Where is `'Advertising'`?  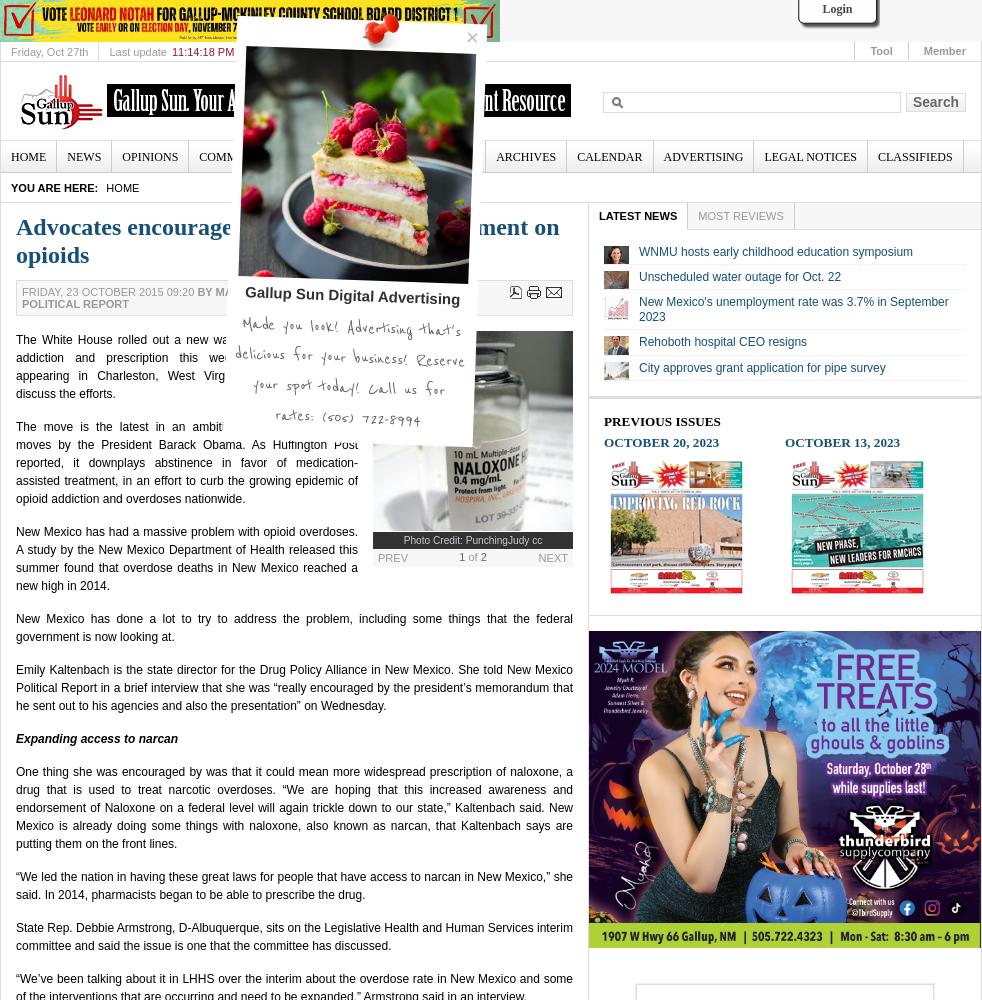
'Advertising' is located at coordinates (702, 157).